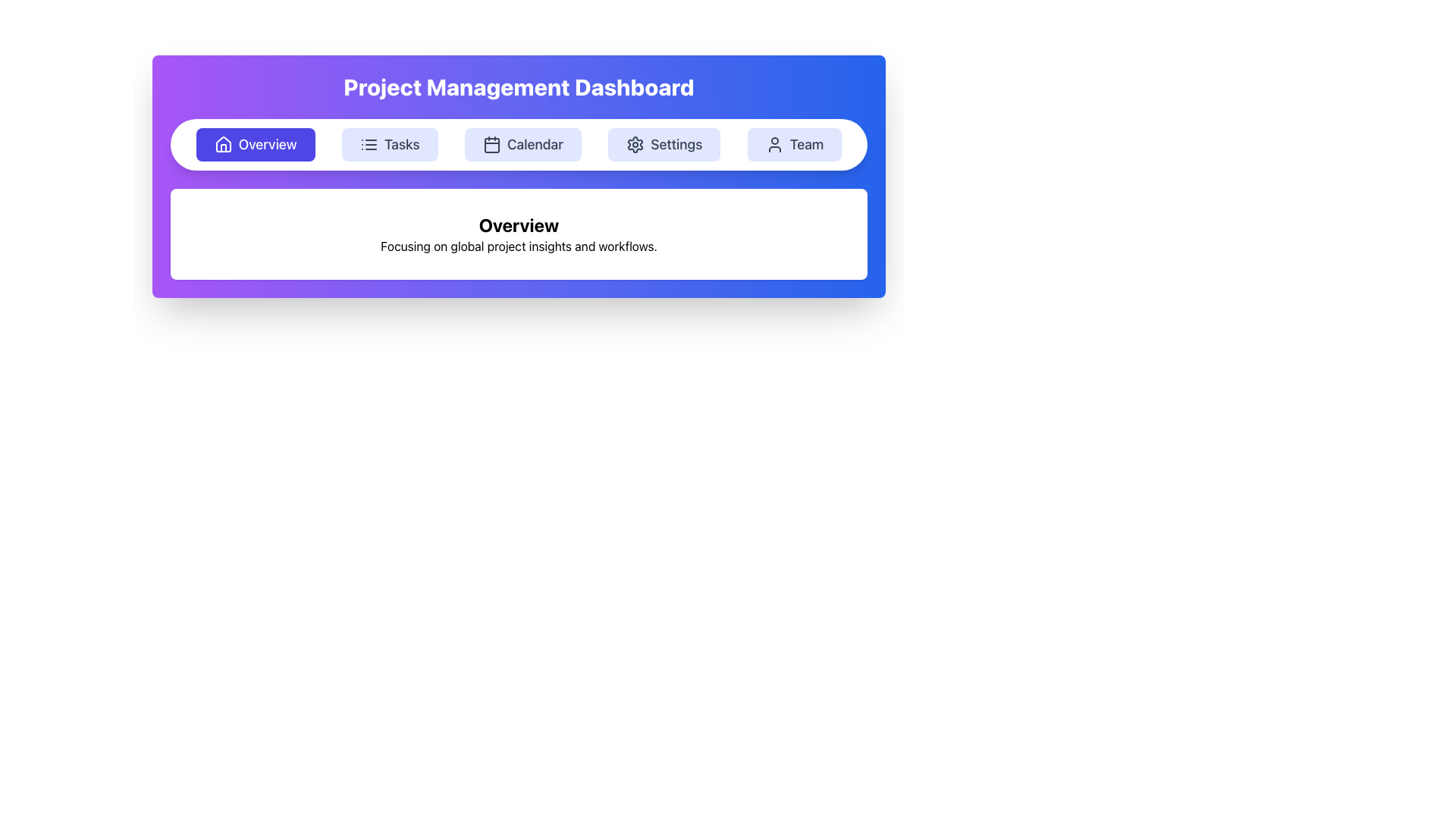 The image size is (1456, 819). Describe the element at coordinates (635, 145) in the screenshot. I see `the gear icon representing settings functionality within the 'Settings' button` at that location.